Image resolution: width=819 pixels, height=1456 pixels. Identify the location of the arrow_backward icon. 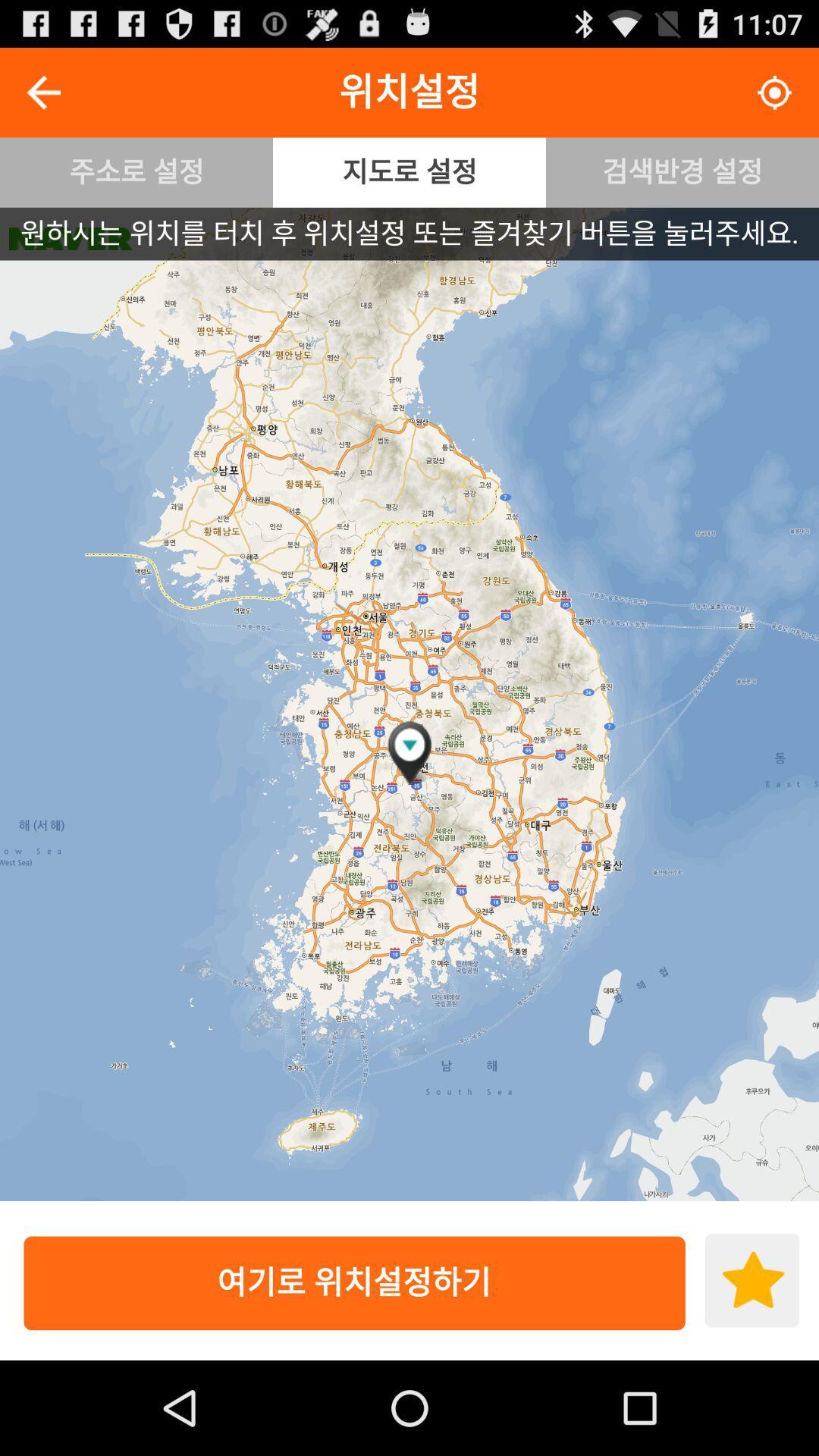
(43, 98).